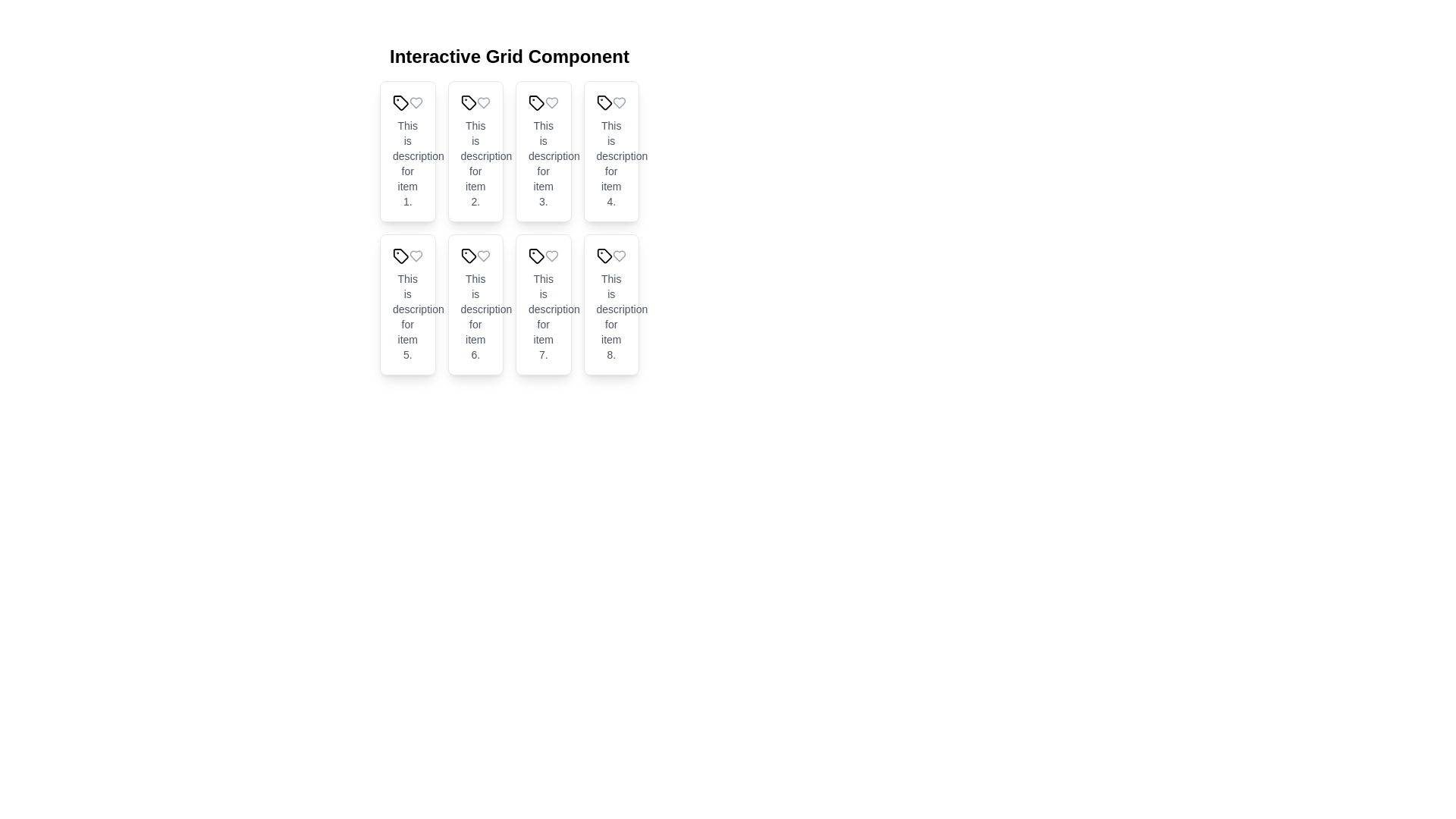 The image size is (1456, 819). I want to click on the first card in the grid layout that displays information about an item, so click(407, 152).